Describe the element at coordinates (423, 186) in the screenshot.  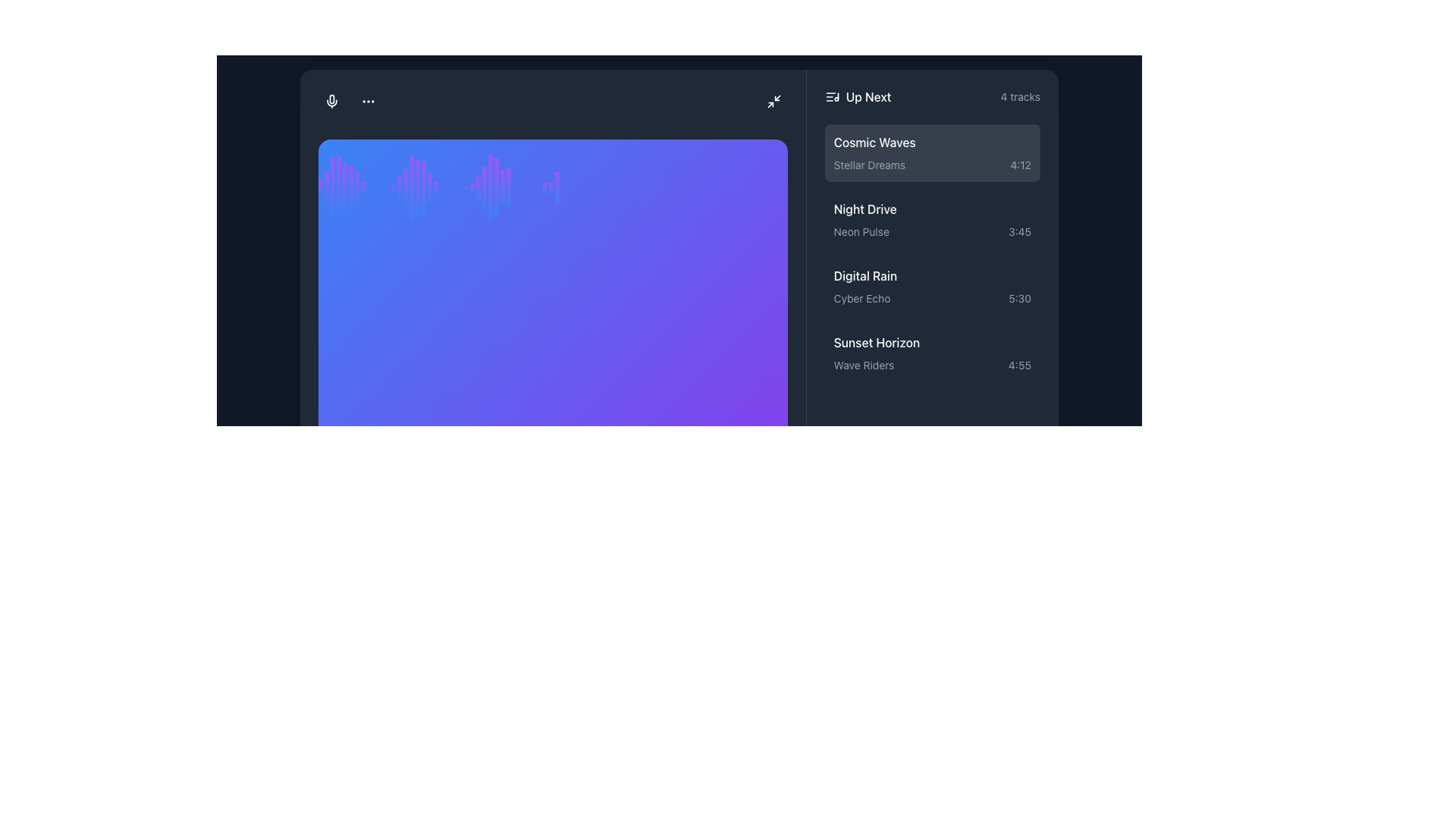
I see `the 18th vertical bar in the sequence, which has a smooth blue to purple gradient and is semi-transparent` at that location.